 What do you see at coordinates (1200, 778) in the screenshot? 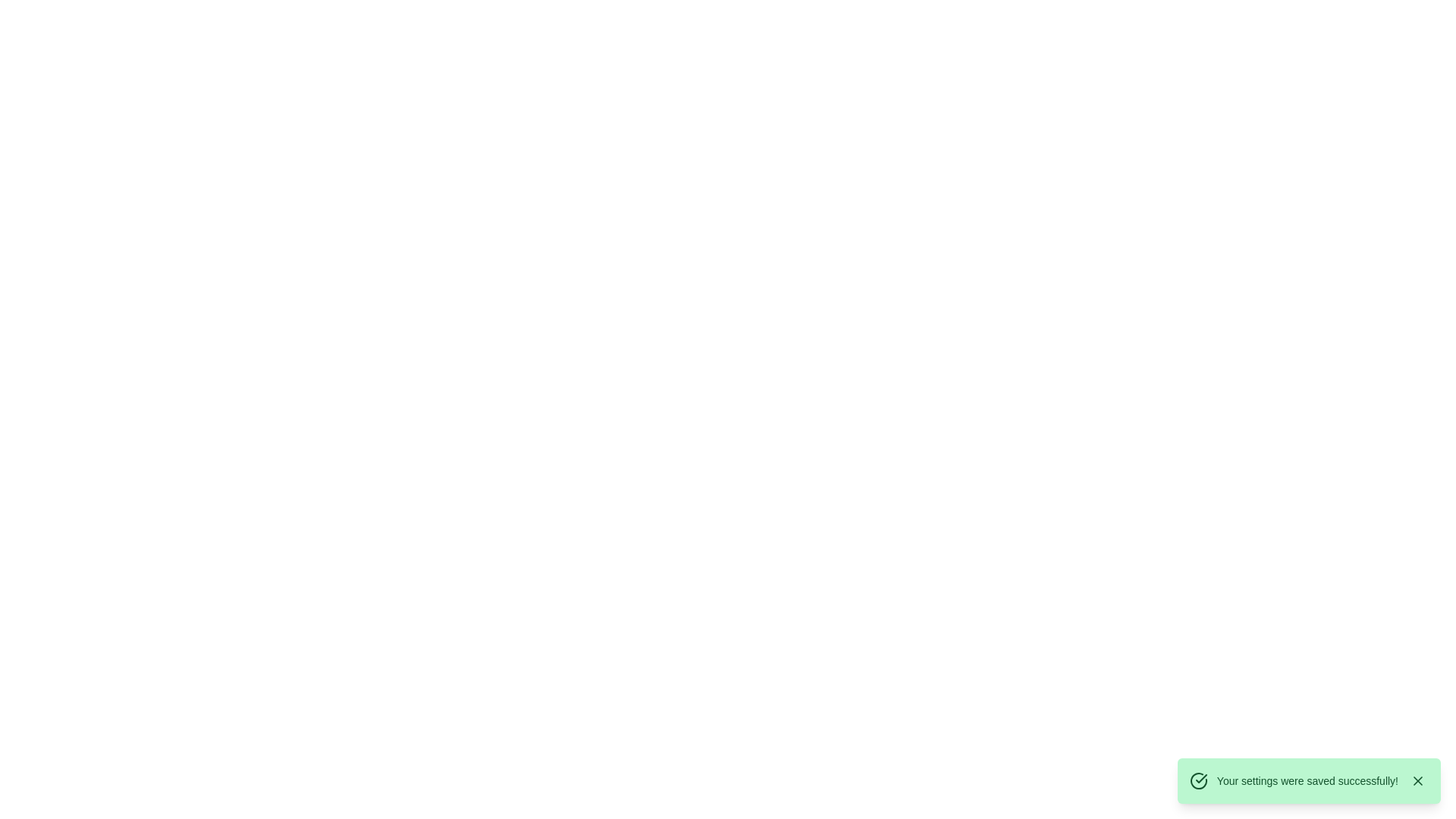
I see `the checkmark icon that indicates success or completion, which is centrally aligned within its circular badge on the right side of the interface` at bounding box center [1200, 778].